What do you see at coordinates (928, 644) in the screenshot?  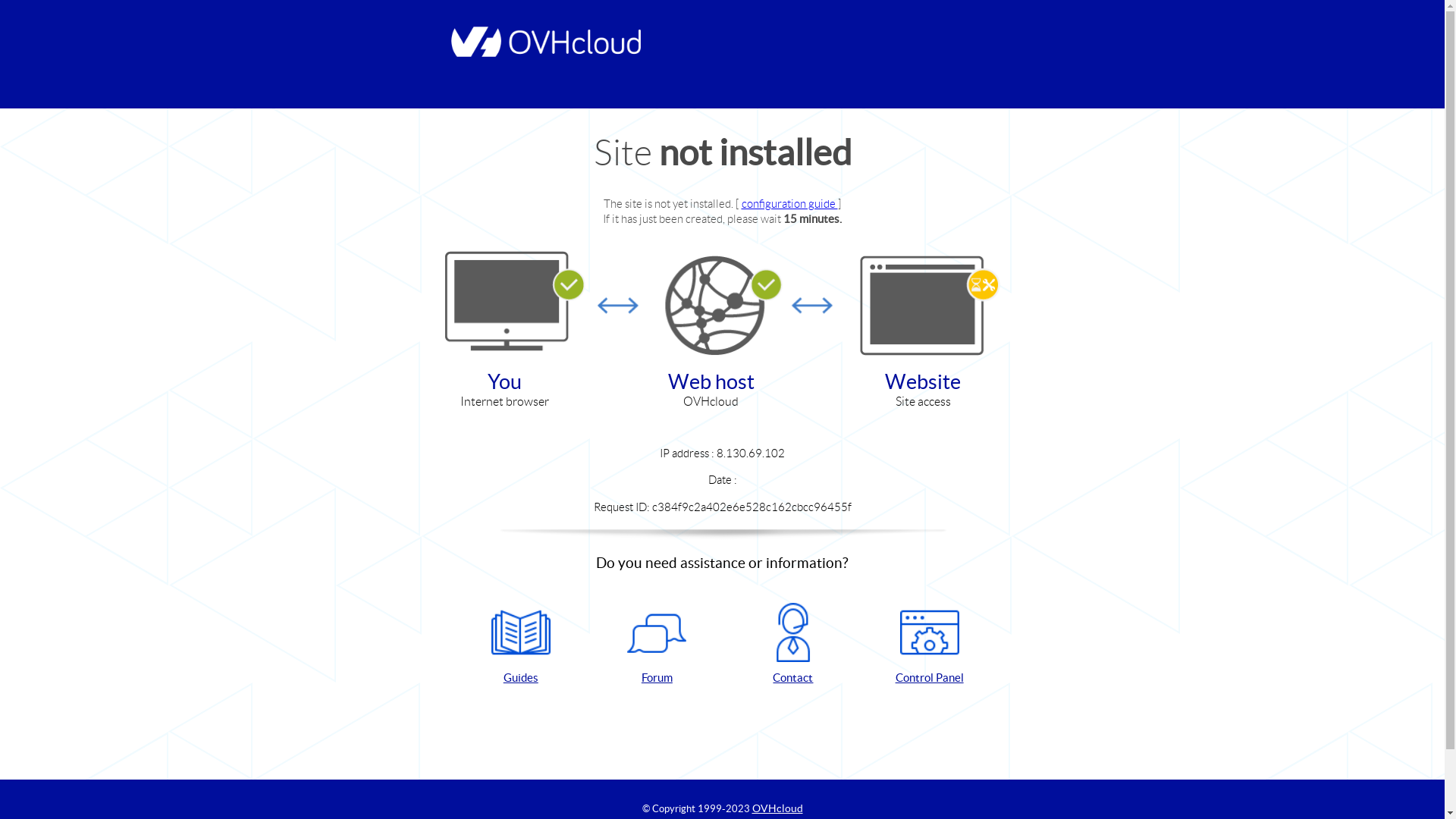 I see `'Control Panel'` at bounding box center [928, 644].